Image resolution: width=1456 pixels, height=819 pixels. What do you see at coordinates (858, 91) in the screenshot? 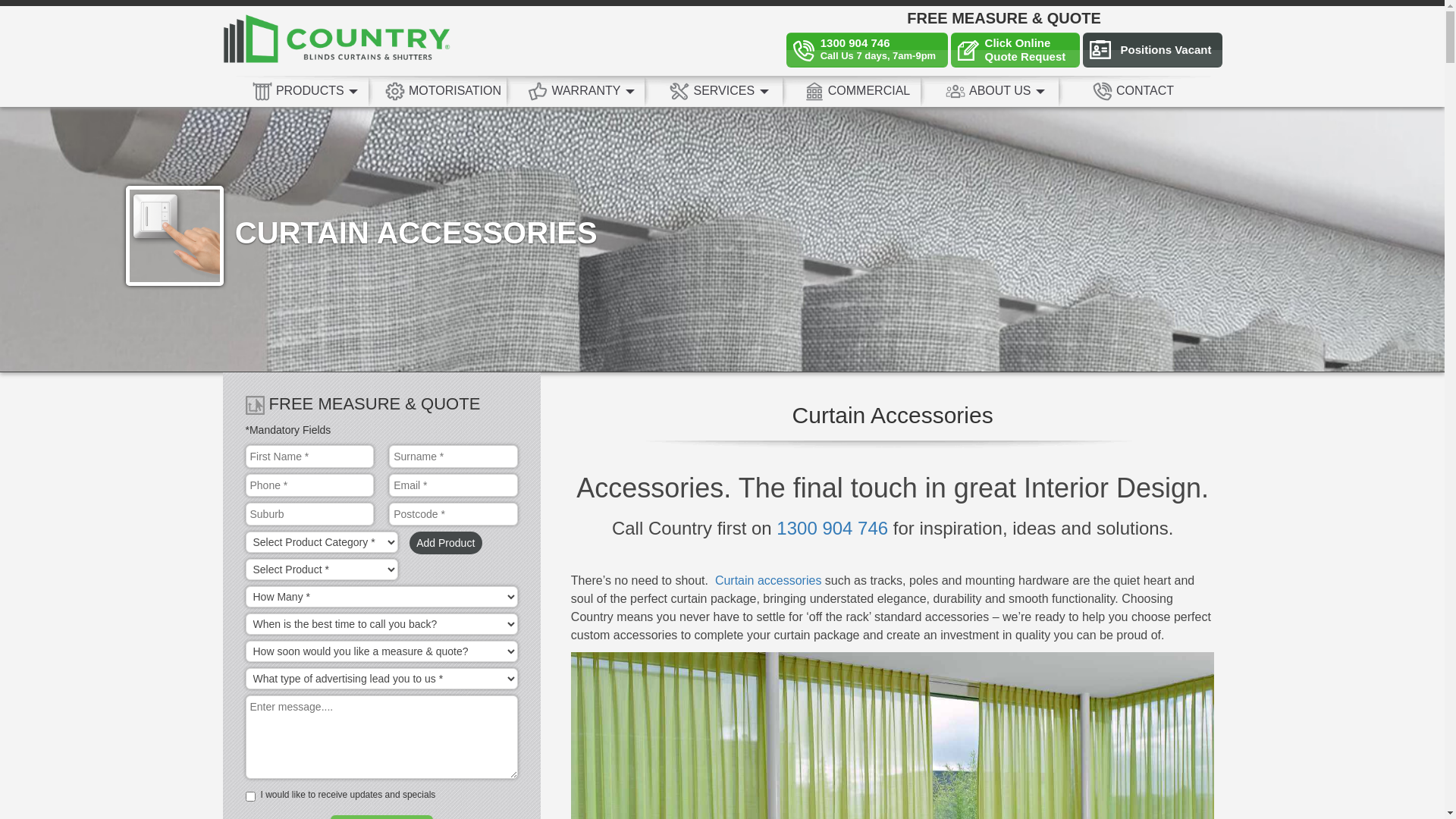
I see `'COMMERCIAL'` at bounding box center [858, 91].